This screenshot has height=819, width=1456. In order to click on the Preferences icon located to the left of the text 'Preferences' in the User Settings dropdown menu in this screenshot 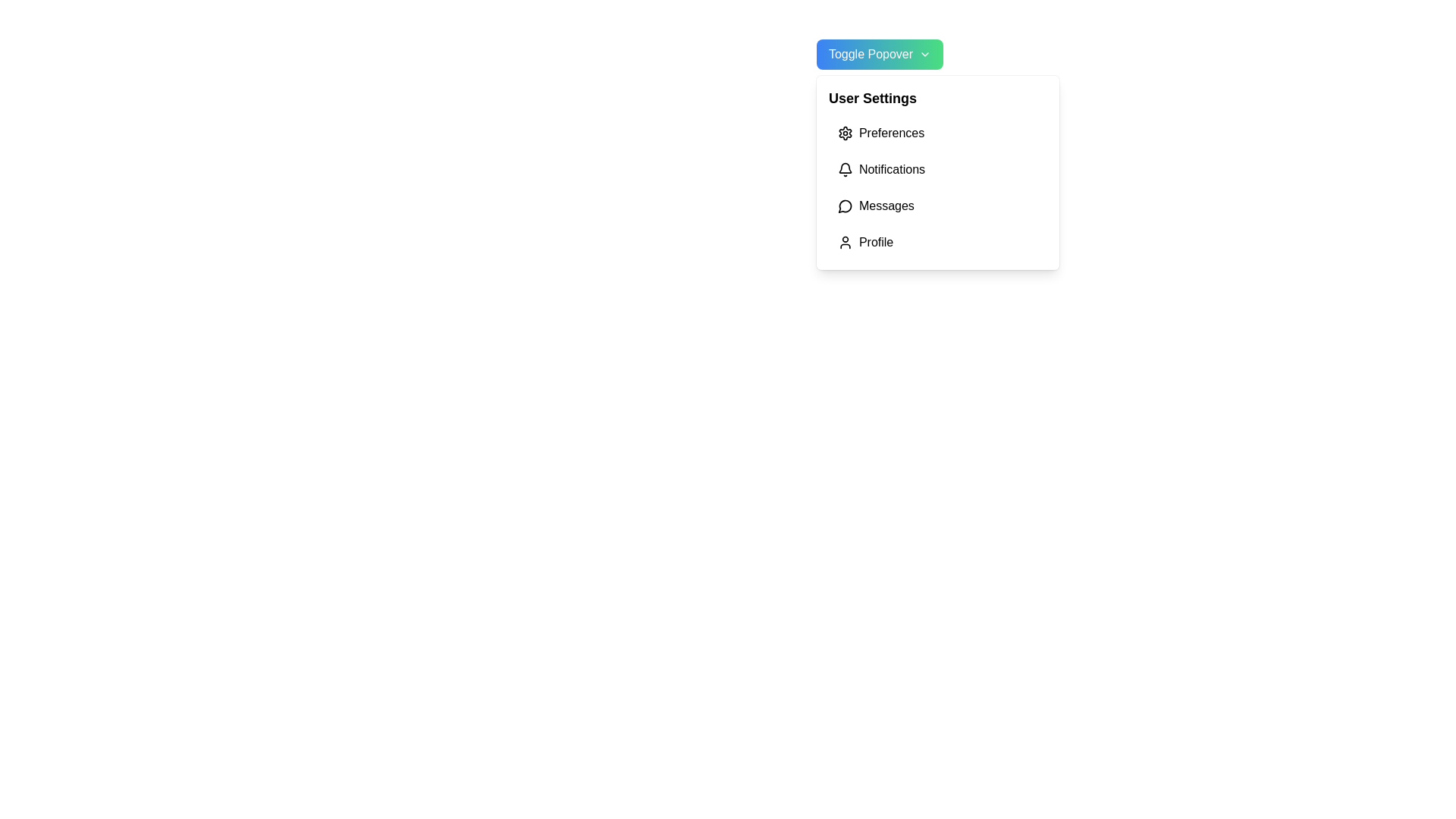, I will do `click(844, 133)`.